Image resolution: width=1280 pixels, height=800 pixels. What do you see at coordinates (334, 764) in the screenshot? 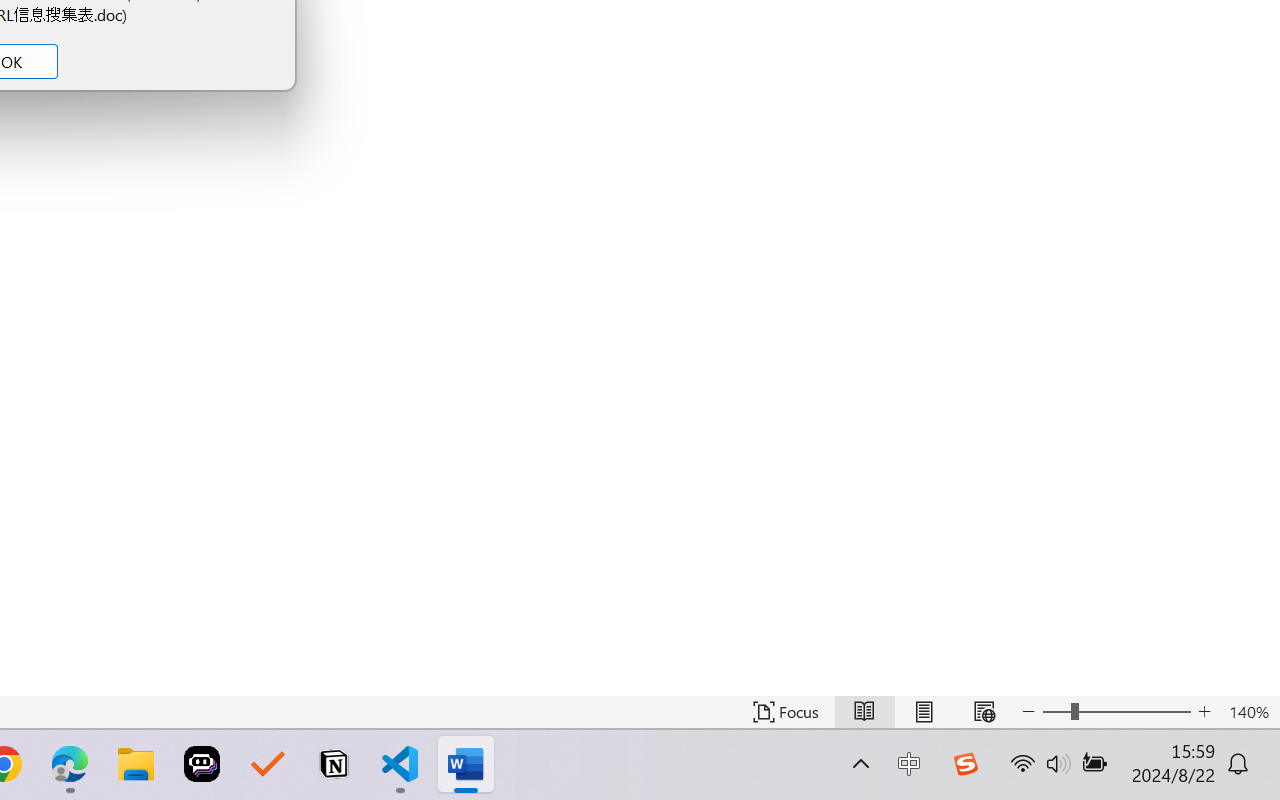
I see `'Notion'` at bounding box center [334, 764].